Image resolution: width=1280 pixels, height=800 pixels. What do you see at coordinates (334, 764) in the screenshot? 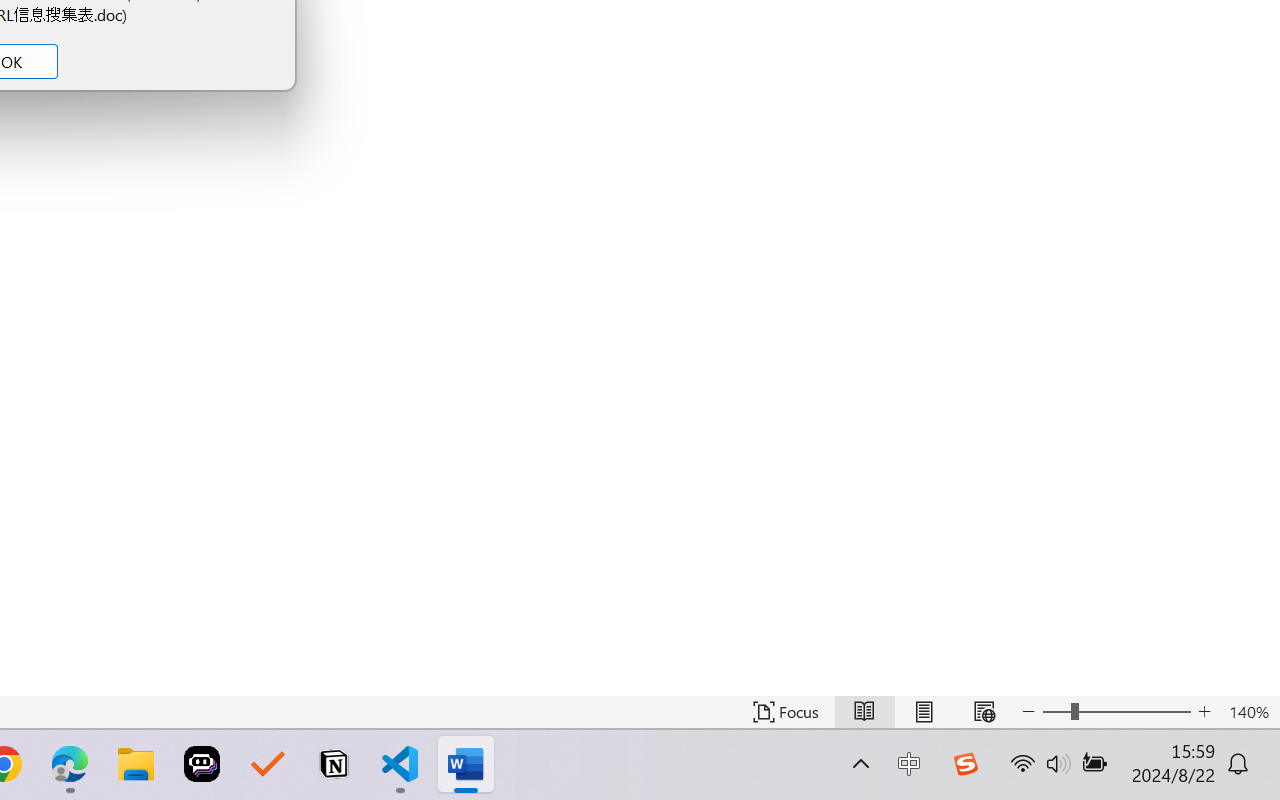
I see `'Notion'` at bounding box center [334, 764].